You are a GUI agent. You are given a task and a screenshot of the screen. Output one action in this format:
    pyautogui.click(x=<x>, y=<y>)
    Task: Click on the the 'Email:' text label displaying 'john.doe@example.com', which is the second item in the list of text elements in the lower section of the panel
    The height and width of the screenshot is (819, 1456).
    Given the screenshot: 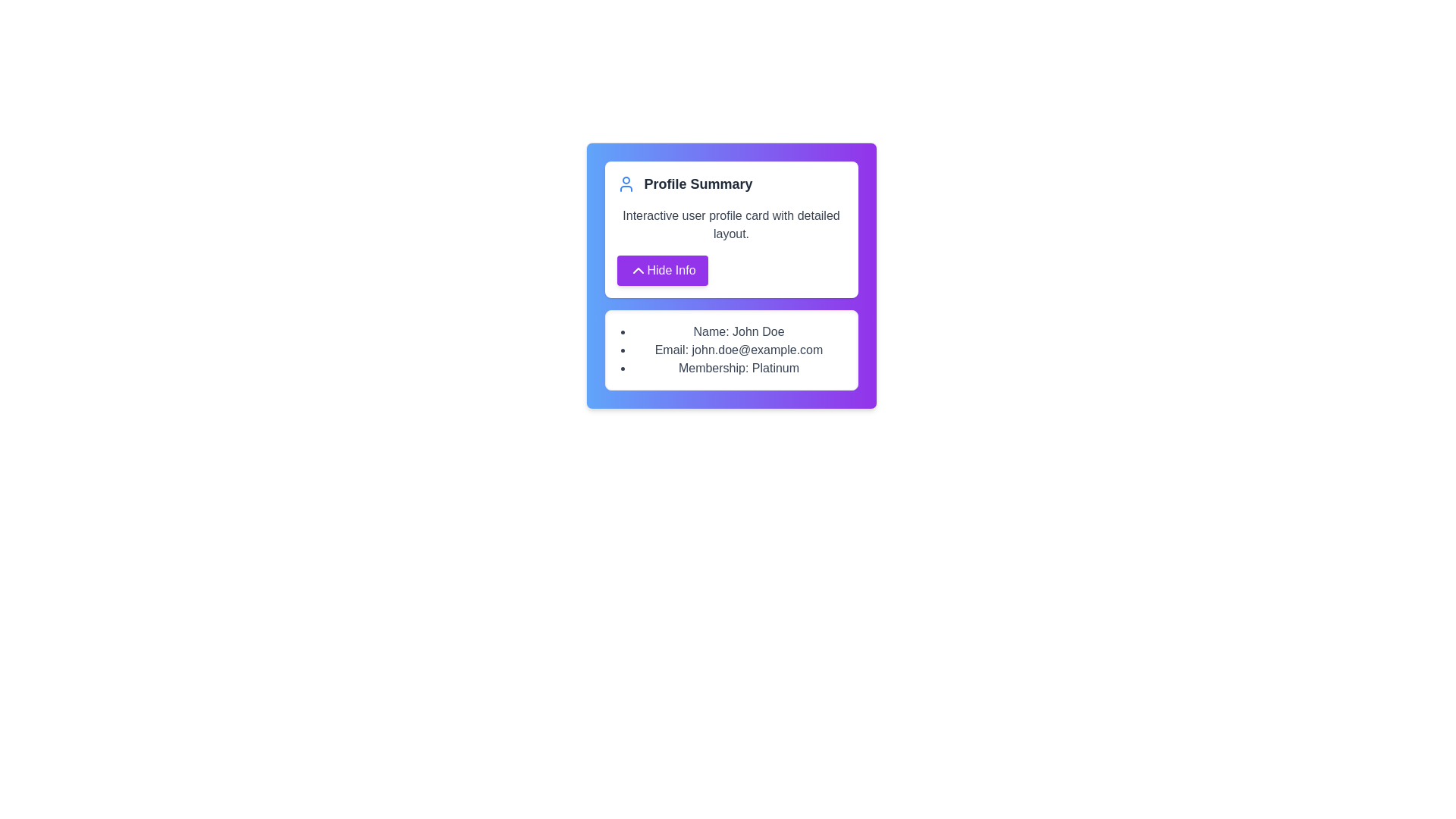 What is the action you would take?
    pyautogui.click(x=739, y=350)
    